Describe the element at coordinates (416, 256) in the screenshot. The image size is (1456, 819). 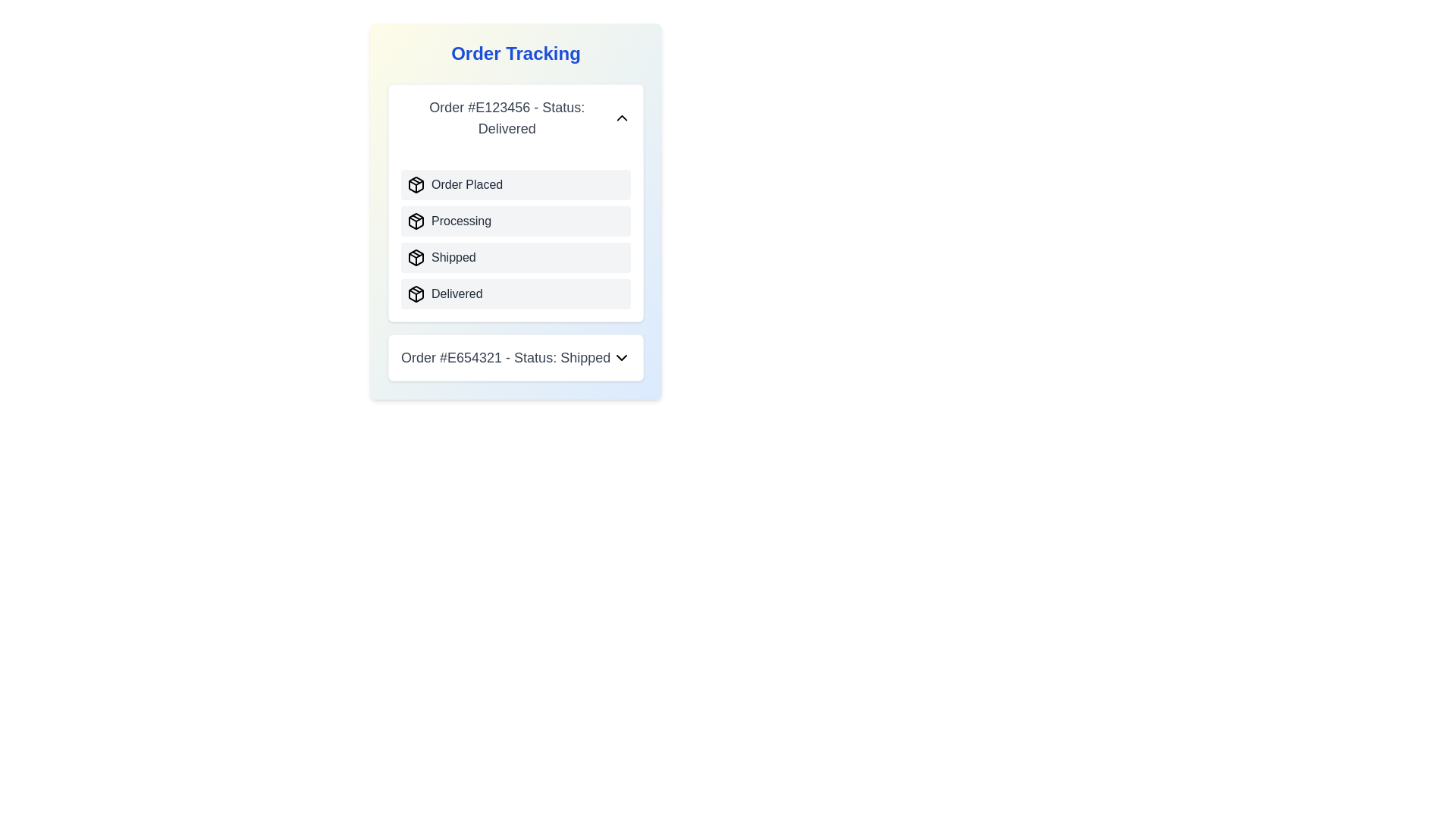
I see `the stage Shipped in the order timeline` at that location.